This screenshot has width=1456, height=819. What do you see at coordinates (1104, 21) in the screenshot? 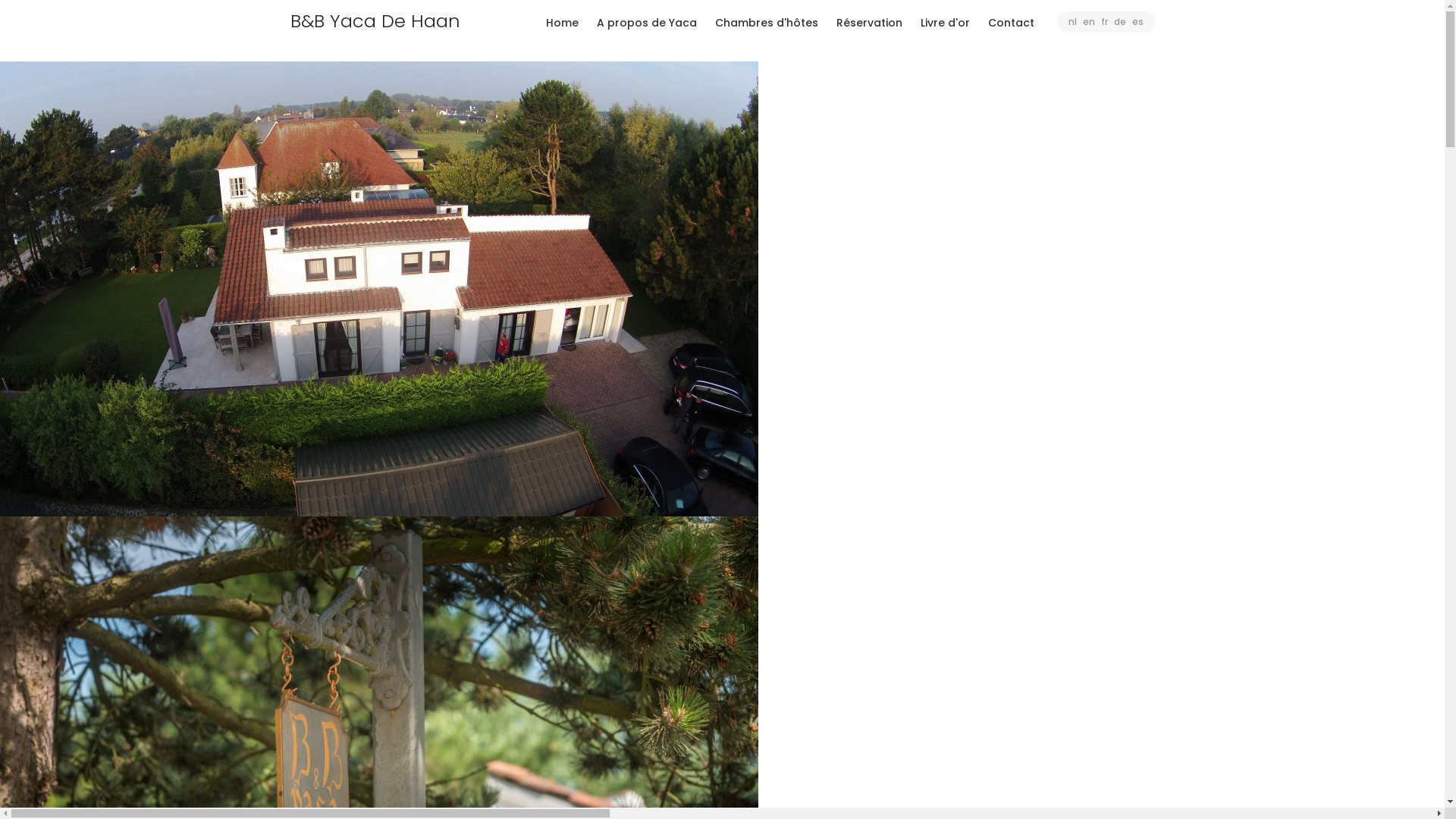
I see `'fr'` at bounding box center [1104, 21].